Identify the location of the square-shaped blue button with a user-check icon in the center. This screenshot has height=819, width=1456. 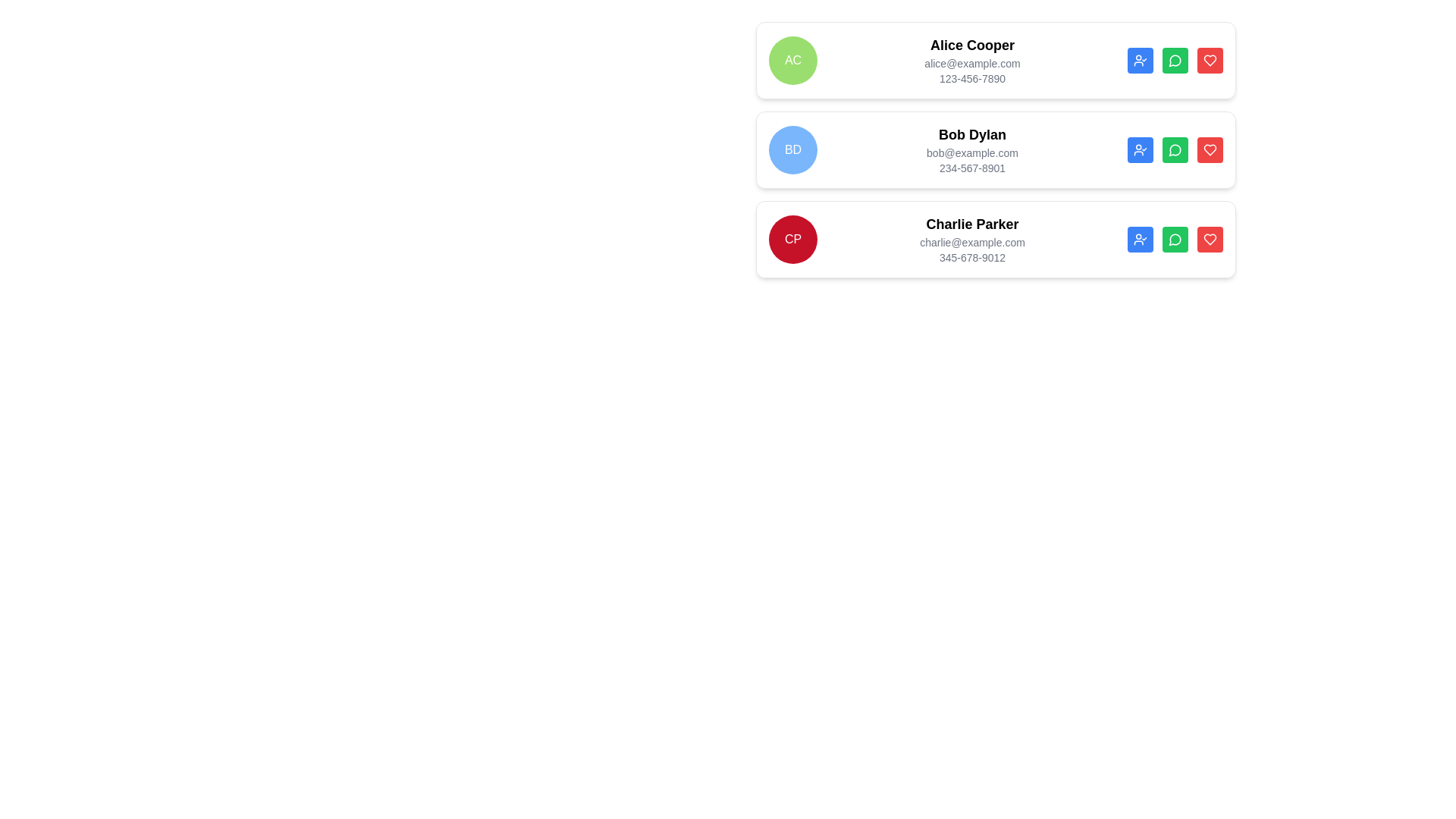
(1140, 149).